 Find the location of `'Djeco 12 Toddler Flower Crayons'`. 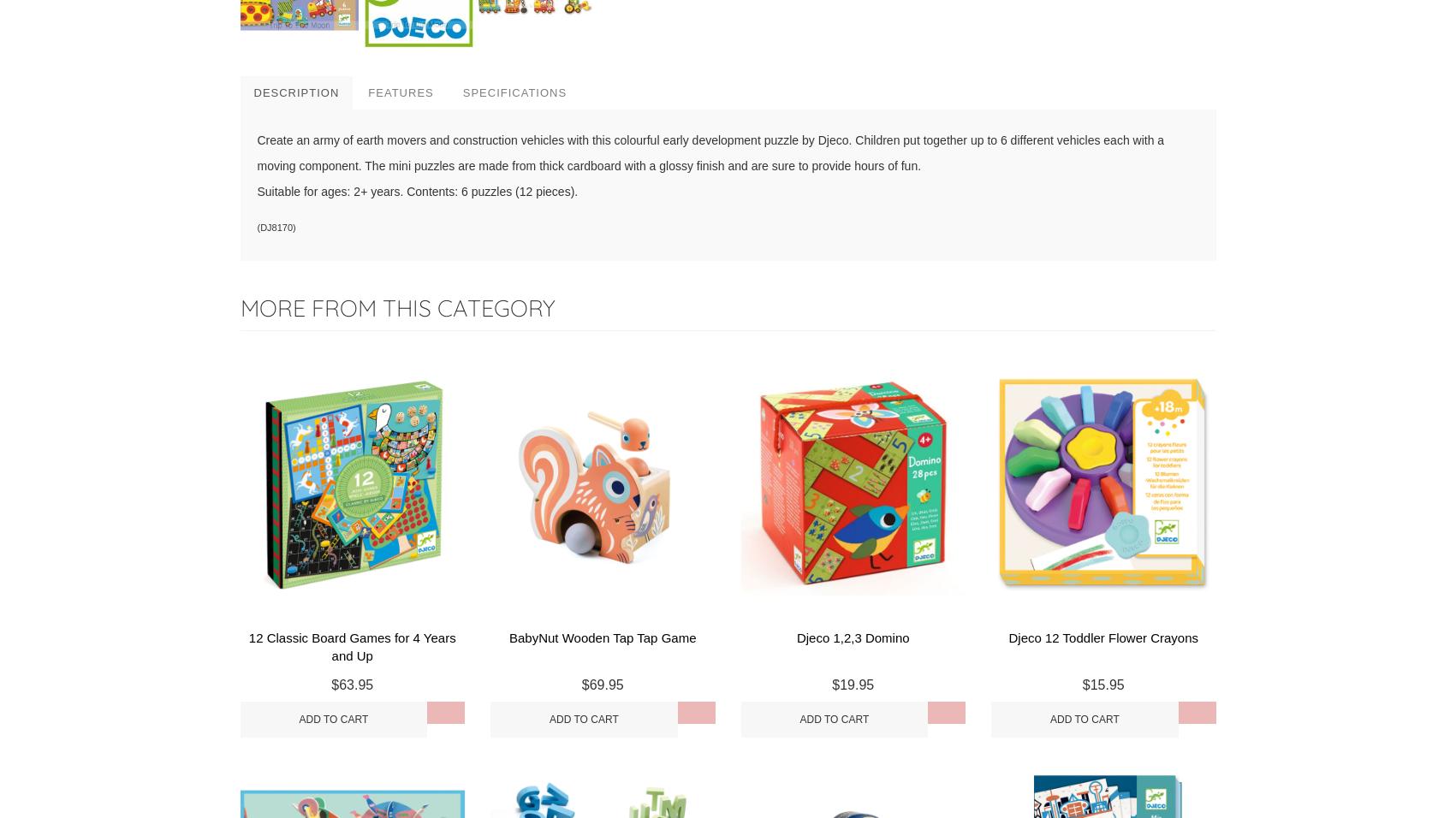

'Djeco 12 Toddler Flower Crayons' is located at coordinates (1103, 637).